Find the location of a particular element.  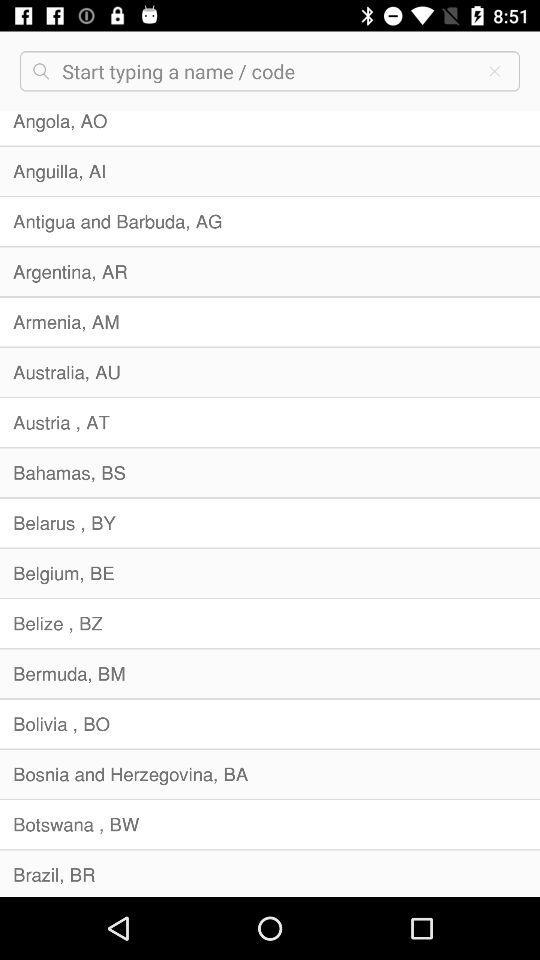

the cancel button is located at coordinates (494, 71).